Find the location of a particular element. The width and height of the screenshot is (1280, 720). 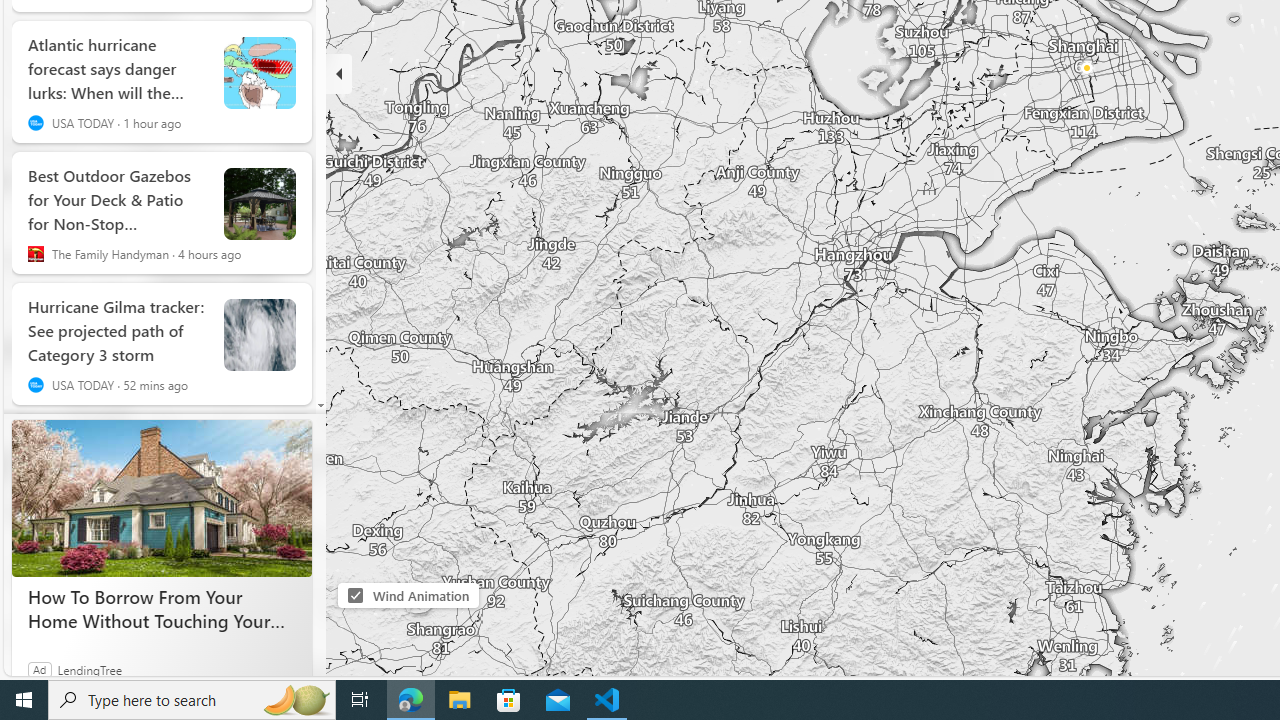

'The Family Handyman' is located at coordinates (35, 253).